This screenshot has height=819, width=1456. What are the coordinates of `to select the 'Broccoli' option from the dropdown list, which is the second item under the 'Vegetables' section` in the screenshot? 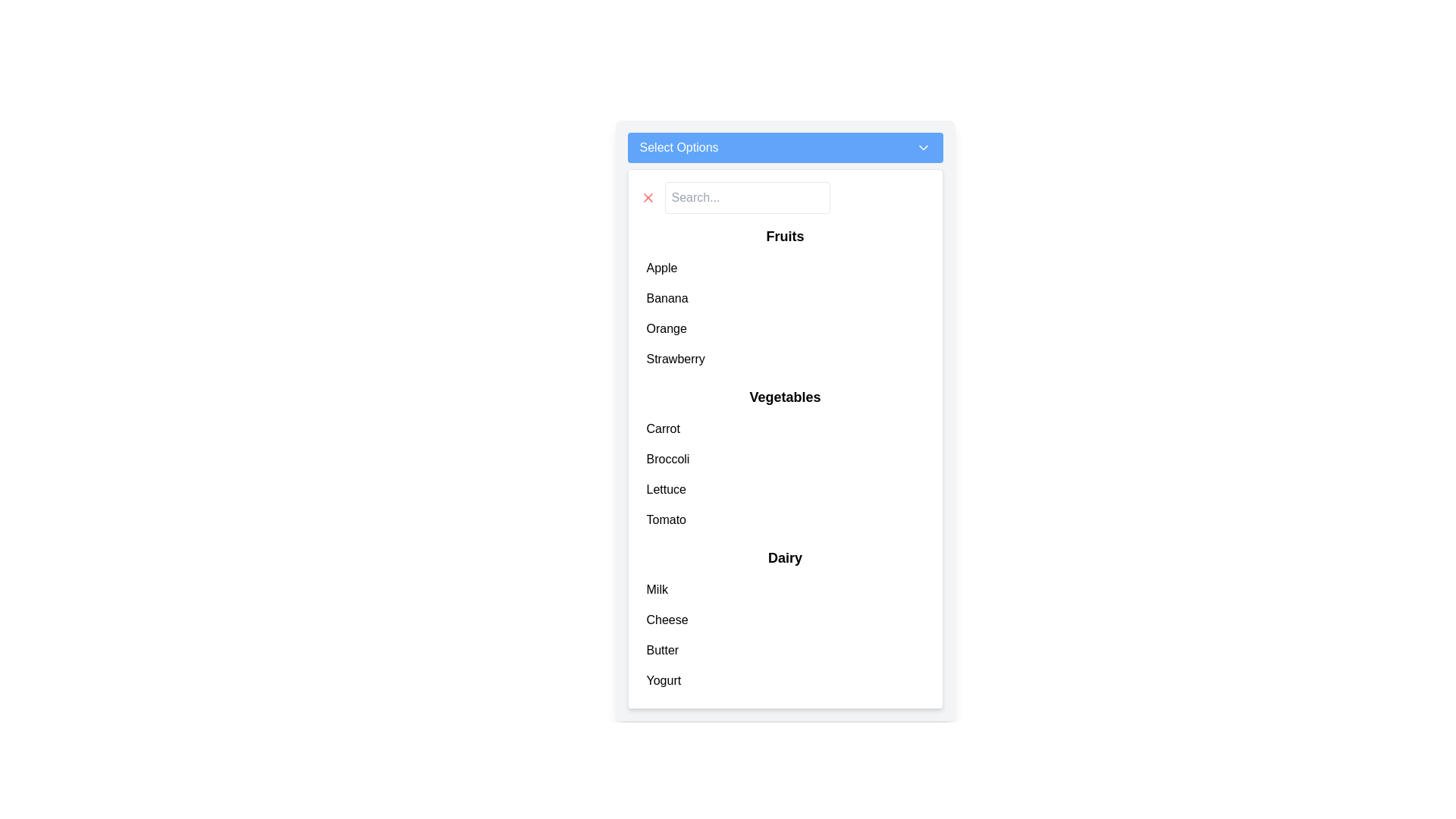 It's located at (785, 458).